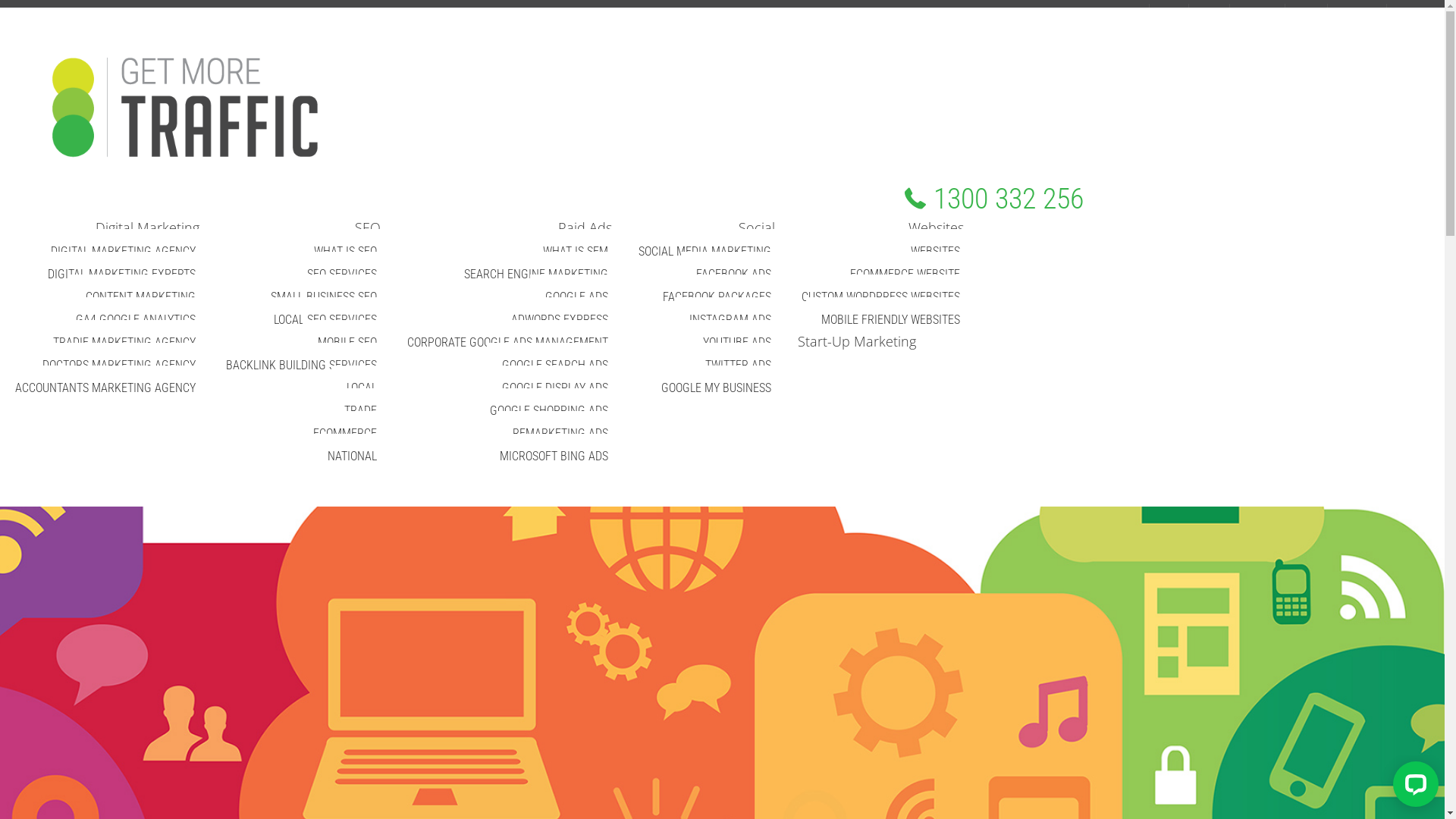  Describe the element at coordinates (733, 274) in the screenshot. I see `'FACEBOOK ADS'` at that location.